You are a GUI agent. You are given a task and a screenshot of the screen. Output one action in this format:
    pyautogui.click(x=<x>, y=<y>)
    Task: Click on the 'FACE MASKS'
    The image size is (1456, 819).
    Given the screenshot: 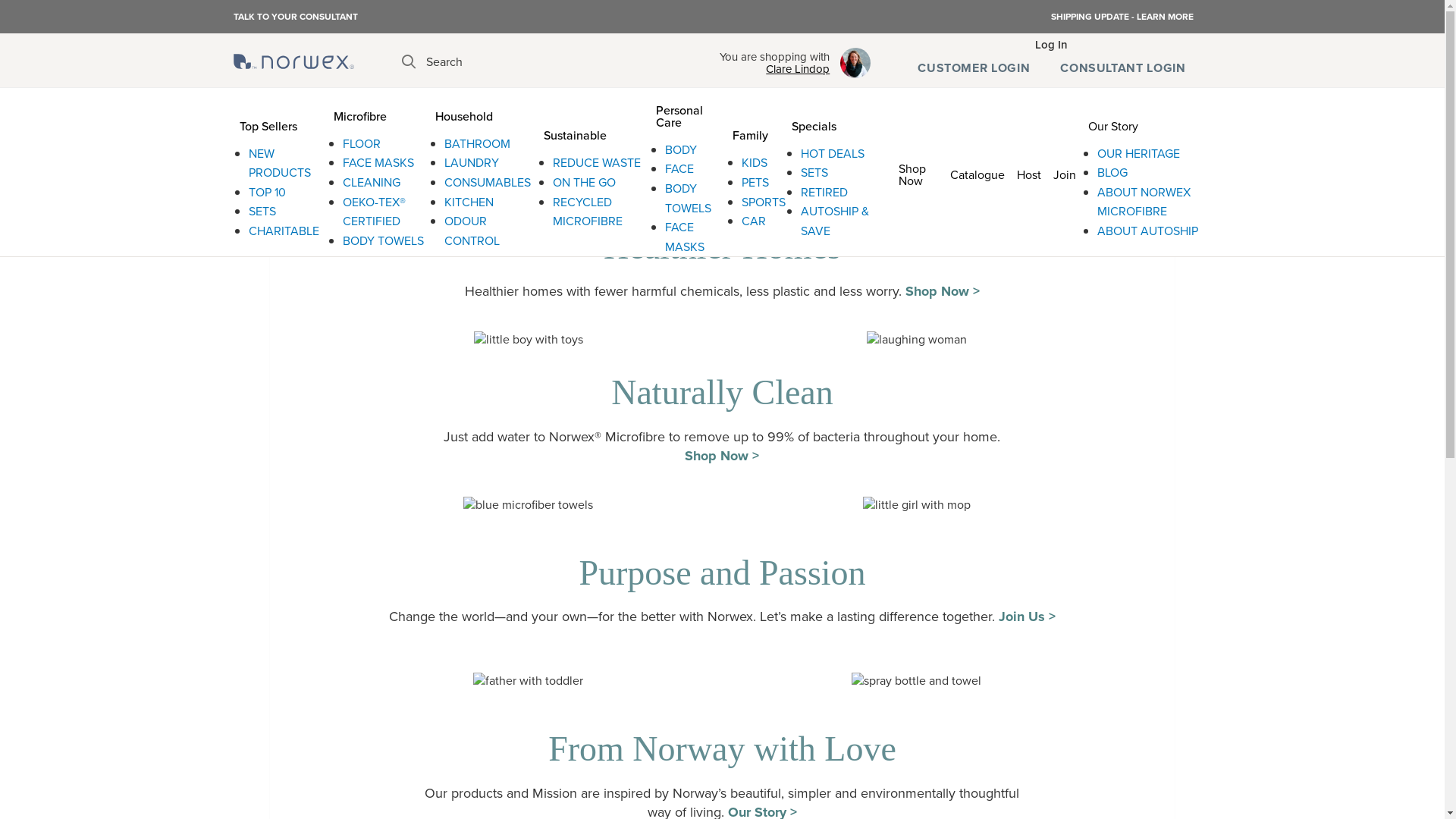 What is the action you would take?
    pyautogui.click(x=683, y=237)
    